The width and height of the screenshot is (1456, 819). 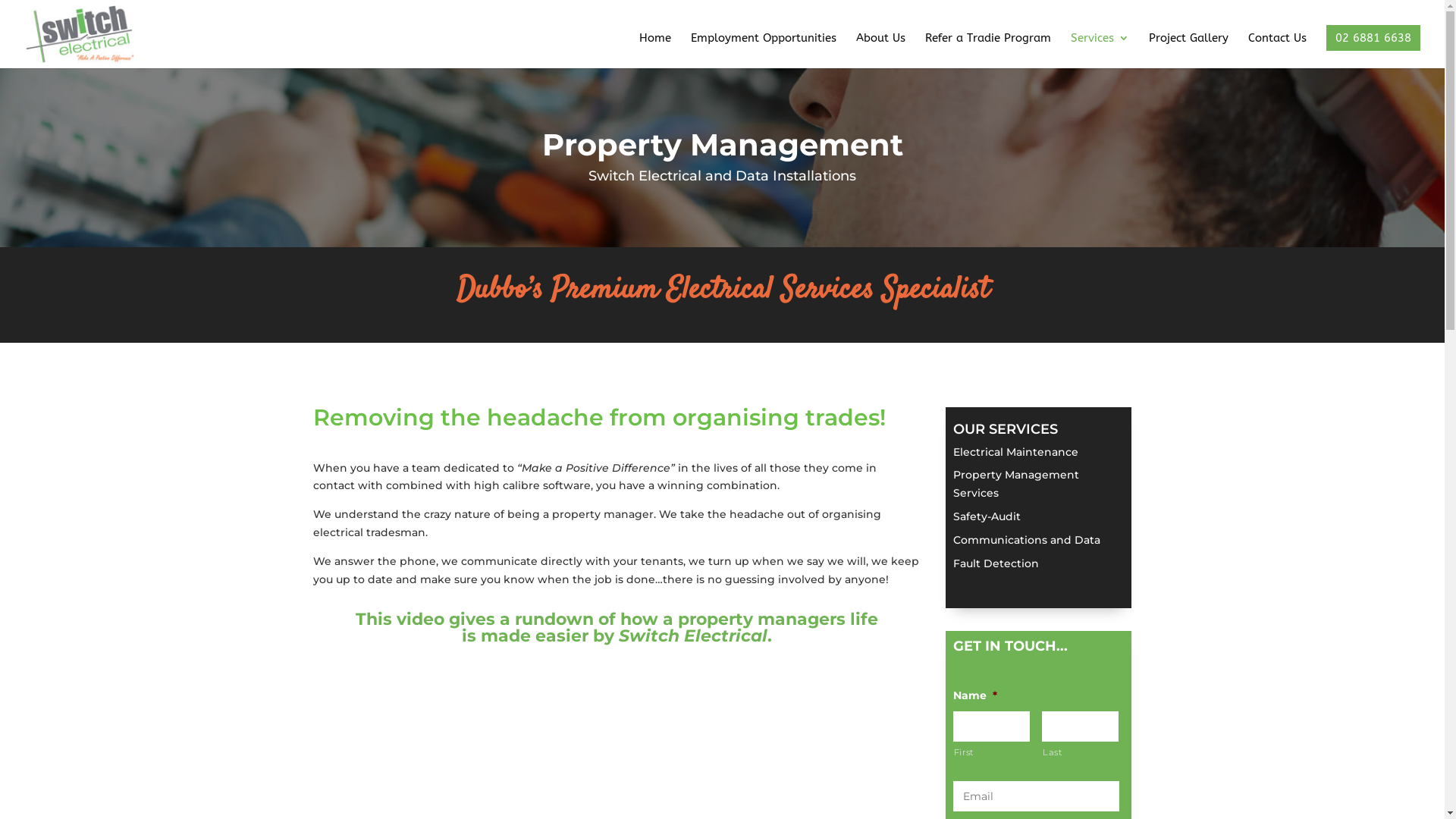 I want to click on 'Contact Us', so click(x=1276, y=49).